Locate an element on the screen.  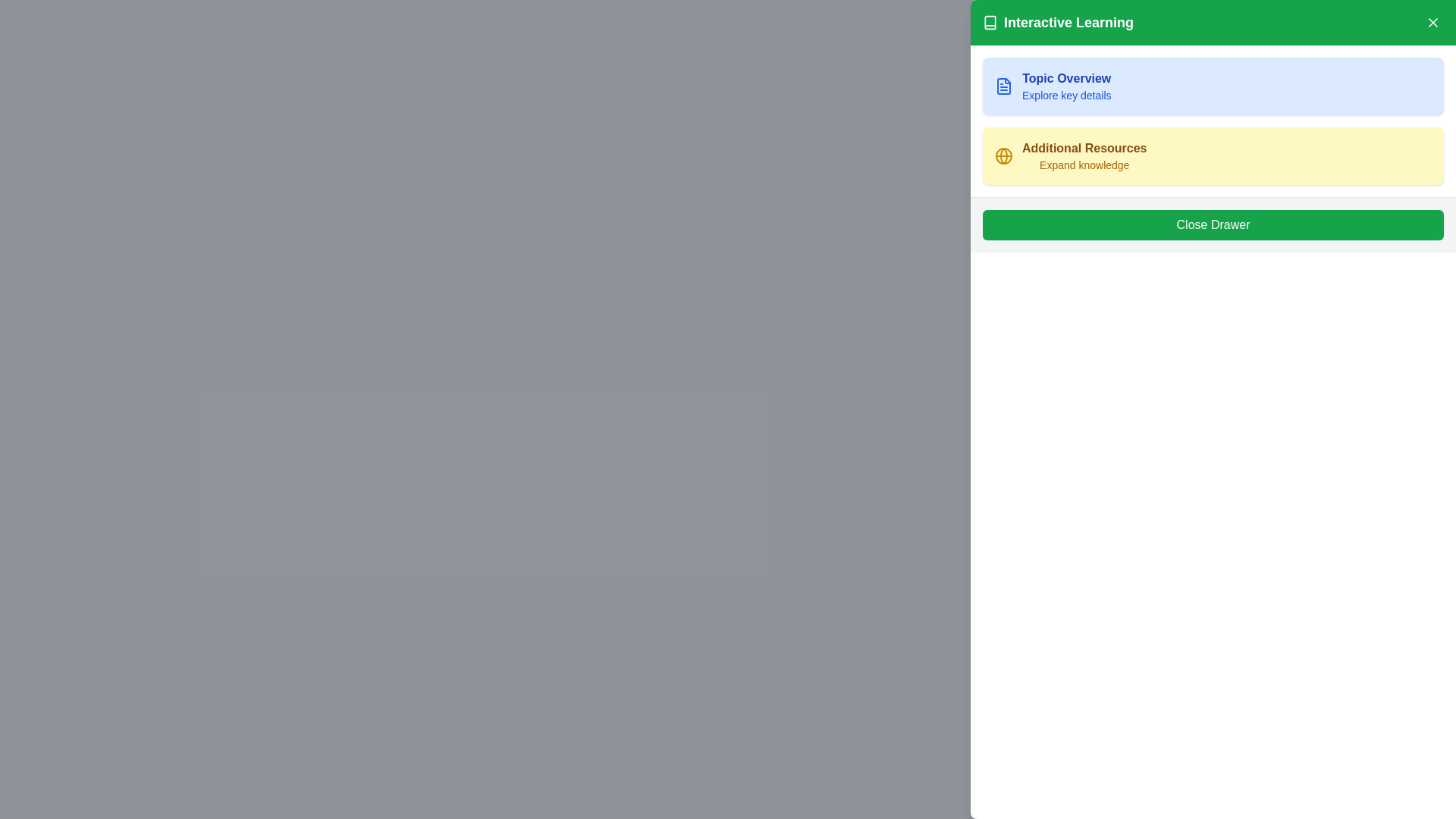
heading text element located in the second card-like section of the sidebar, below the 'Topic Overview' heading, which serves as the title for the section above the subtitle 'Expand knowledge' is located at coordinates (1084, 149).